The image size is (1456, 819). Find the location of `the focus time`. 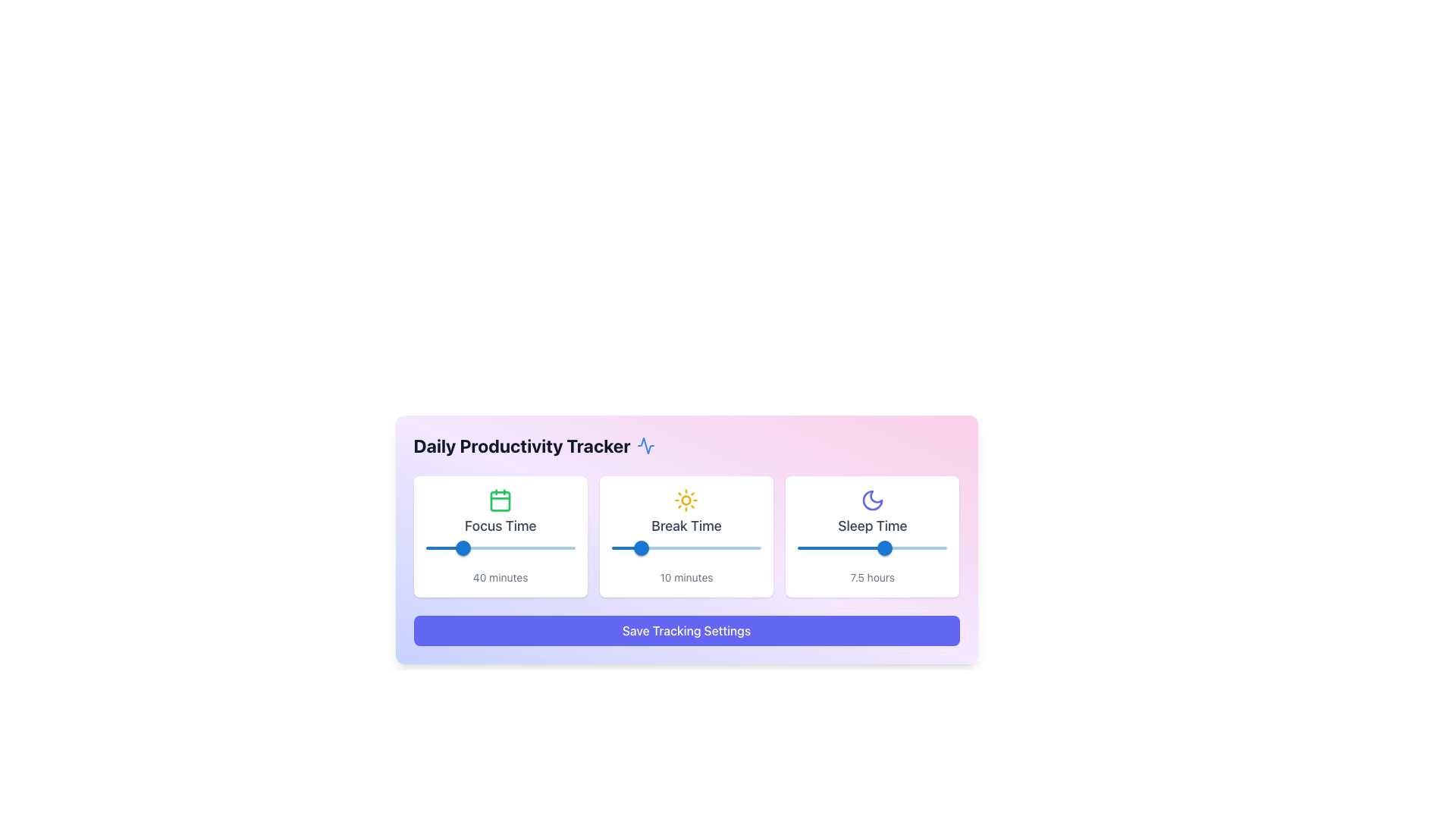

the focus time is located at coordinates (485, 548).